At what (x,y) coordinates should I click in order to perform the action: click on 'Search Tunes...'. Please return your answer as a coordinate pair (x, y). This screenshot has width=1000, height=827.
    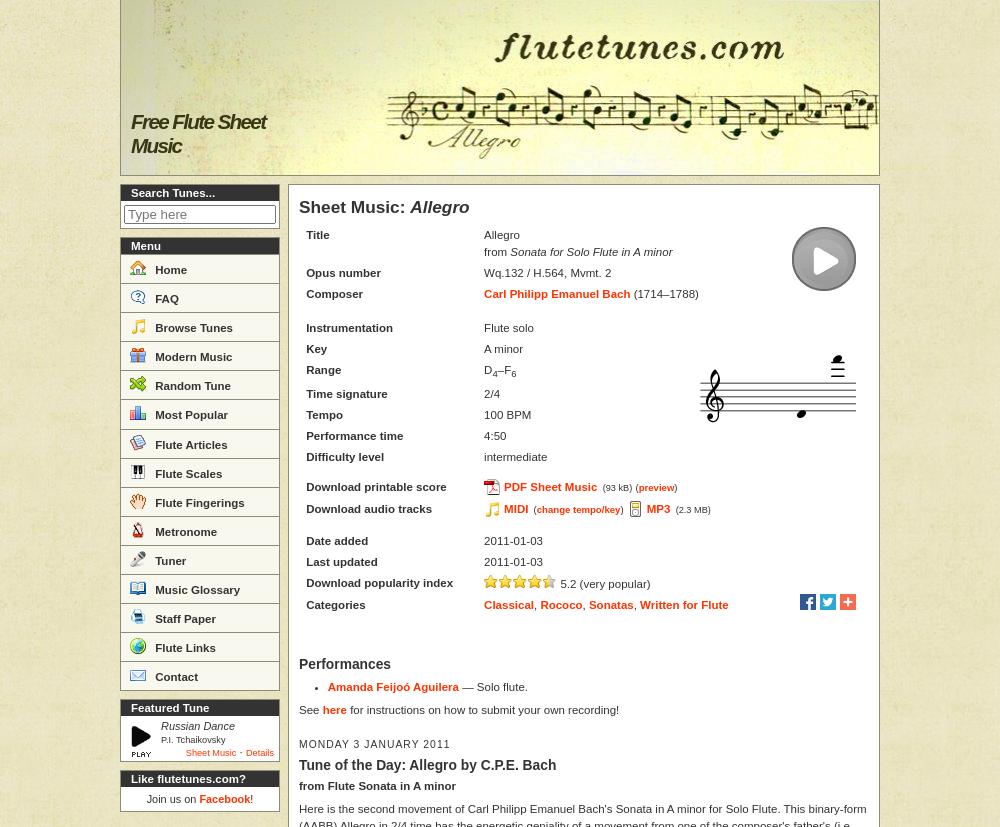
    Looking at the image, I should click on (173, 193).